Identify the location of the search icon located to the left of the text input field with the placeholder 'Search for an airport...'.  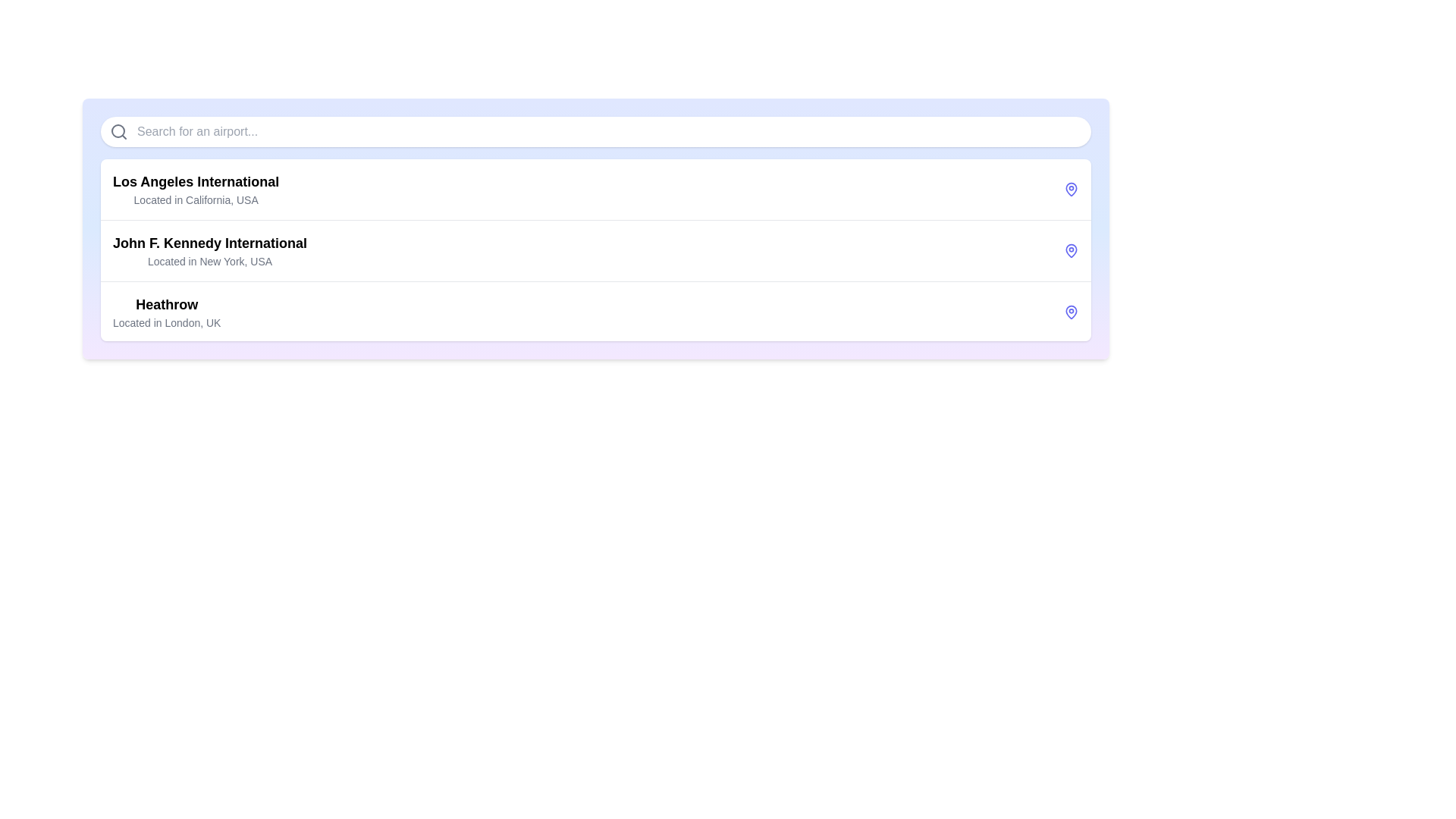
(118, 130).